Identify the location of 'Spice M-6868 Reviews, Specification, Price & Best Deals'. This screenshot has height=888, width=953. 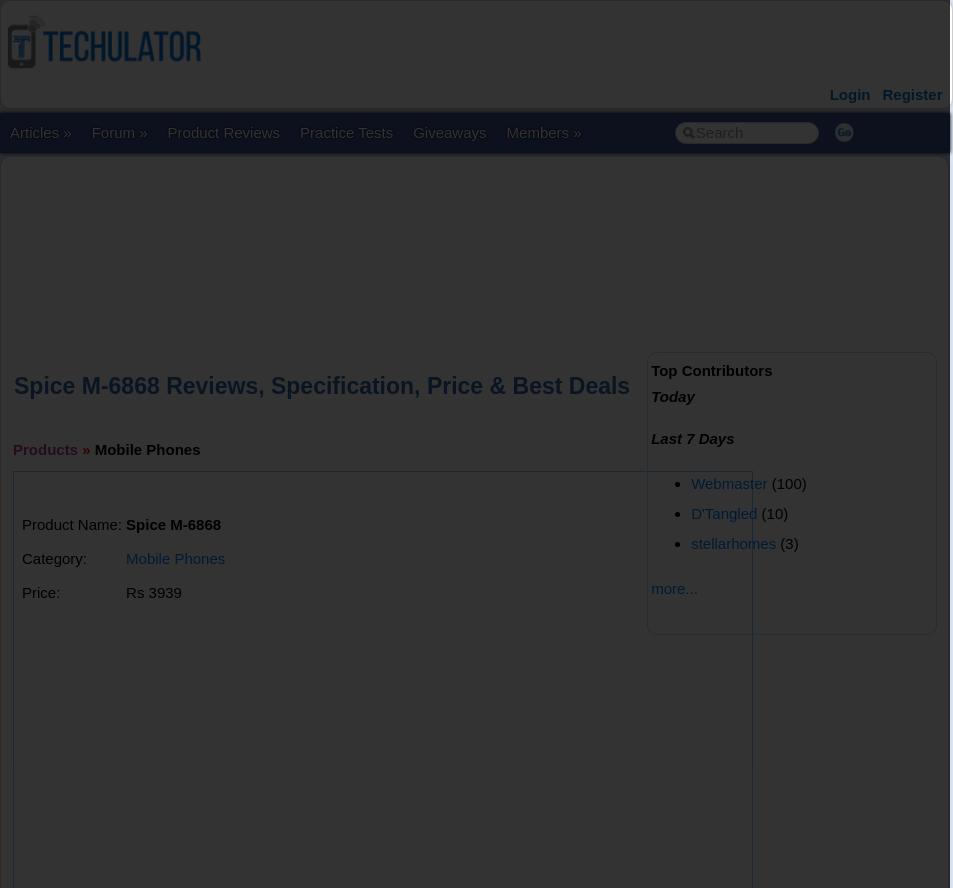
(321, 386).